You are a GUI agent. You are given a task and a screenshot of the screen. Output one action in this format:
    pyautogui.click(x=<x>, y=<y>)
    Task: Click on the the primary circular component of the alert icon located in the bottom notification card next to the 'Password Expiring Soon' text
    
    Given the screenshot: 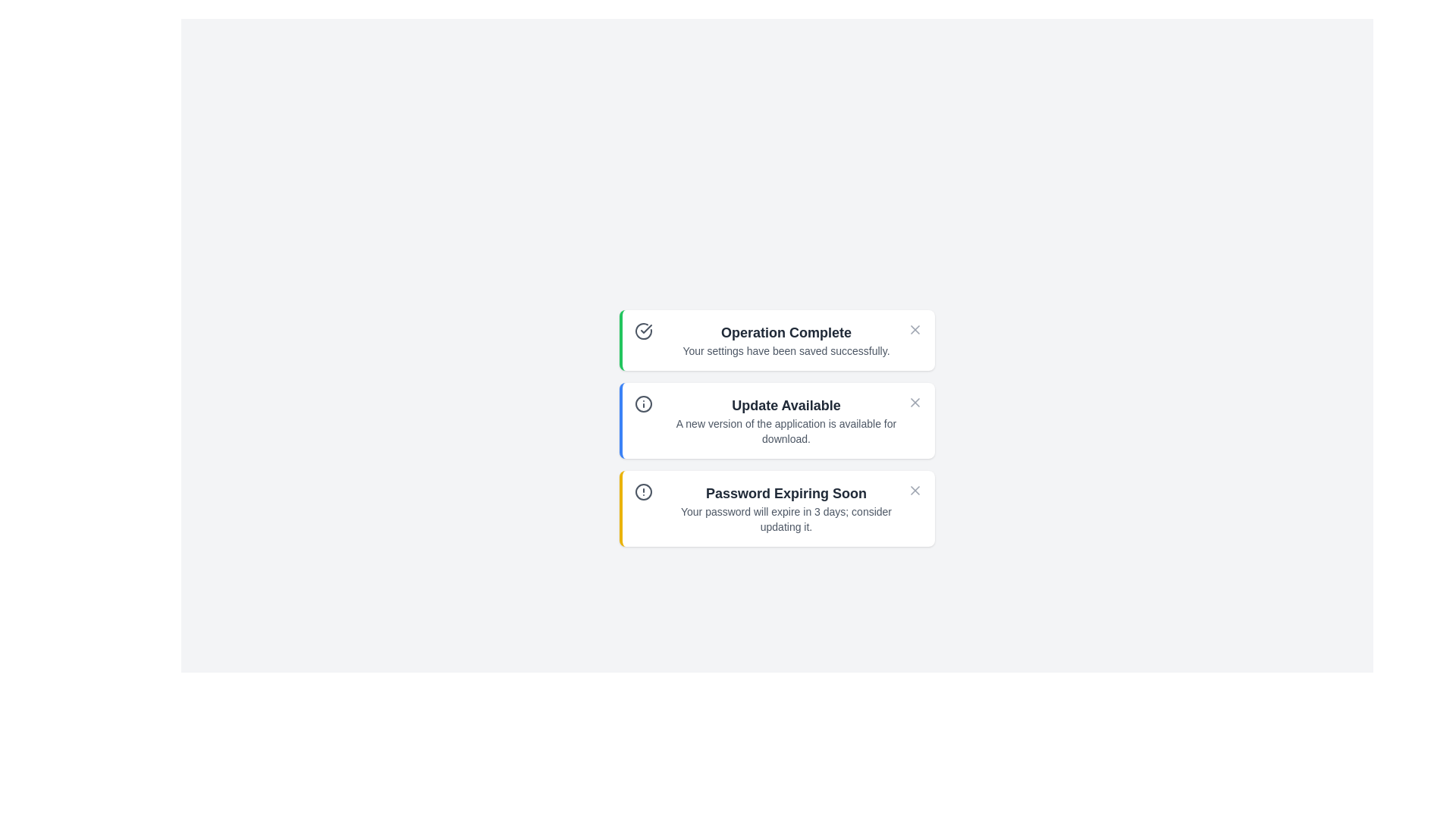 What is the action you would take?
    pyautogui.click(x=644, y=491)
    